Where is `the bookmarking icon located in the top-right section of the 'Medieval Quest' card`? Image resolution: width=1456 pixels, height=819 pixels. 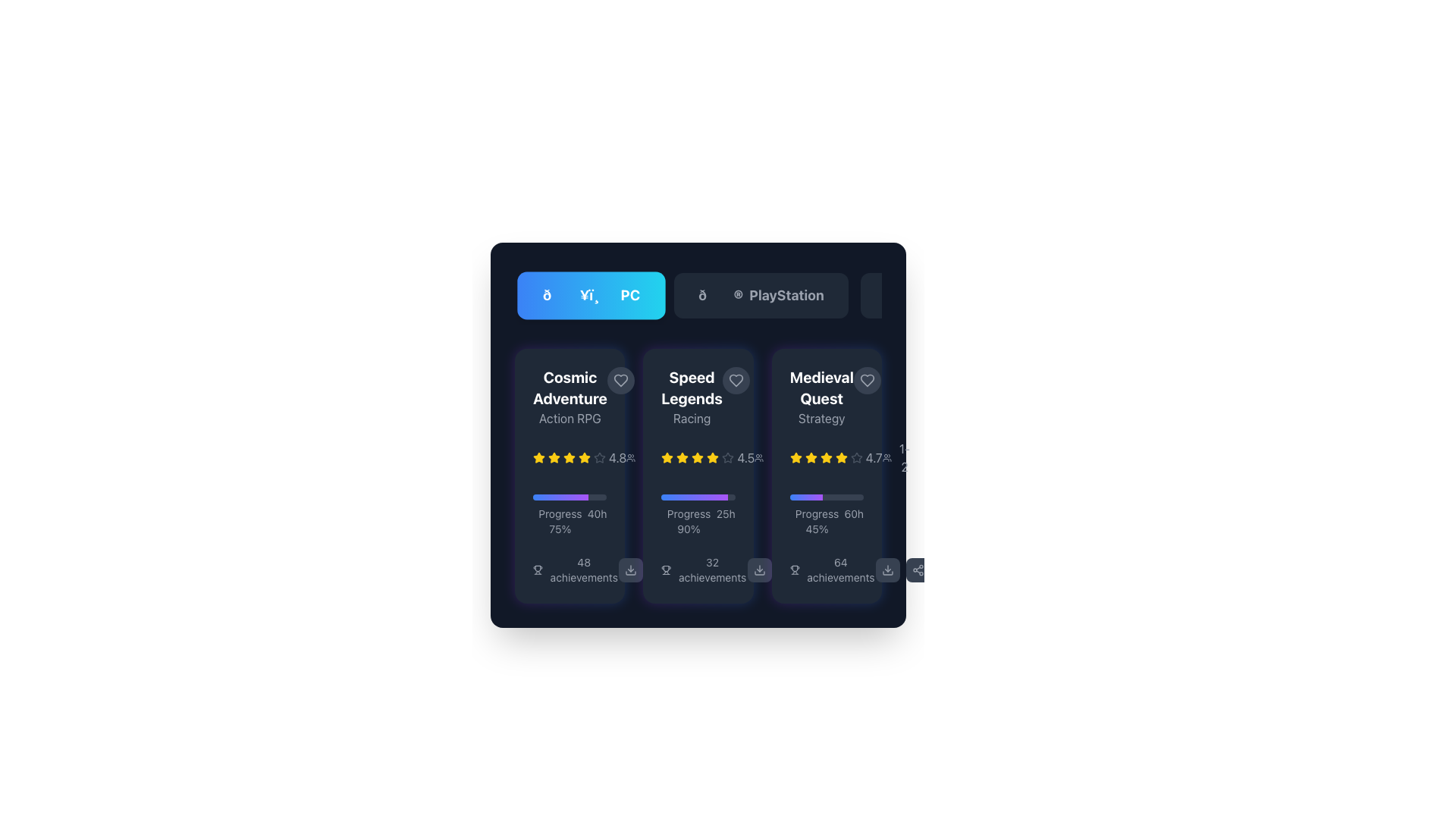 the bookmarking icon located in the top-right section of the 'Medieval Quest' card is located at coordinates (867, 379).